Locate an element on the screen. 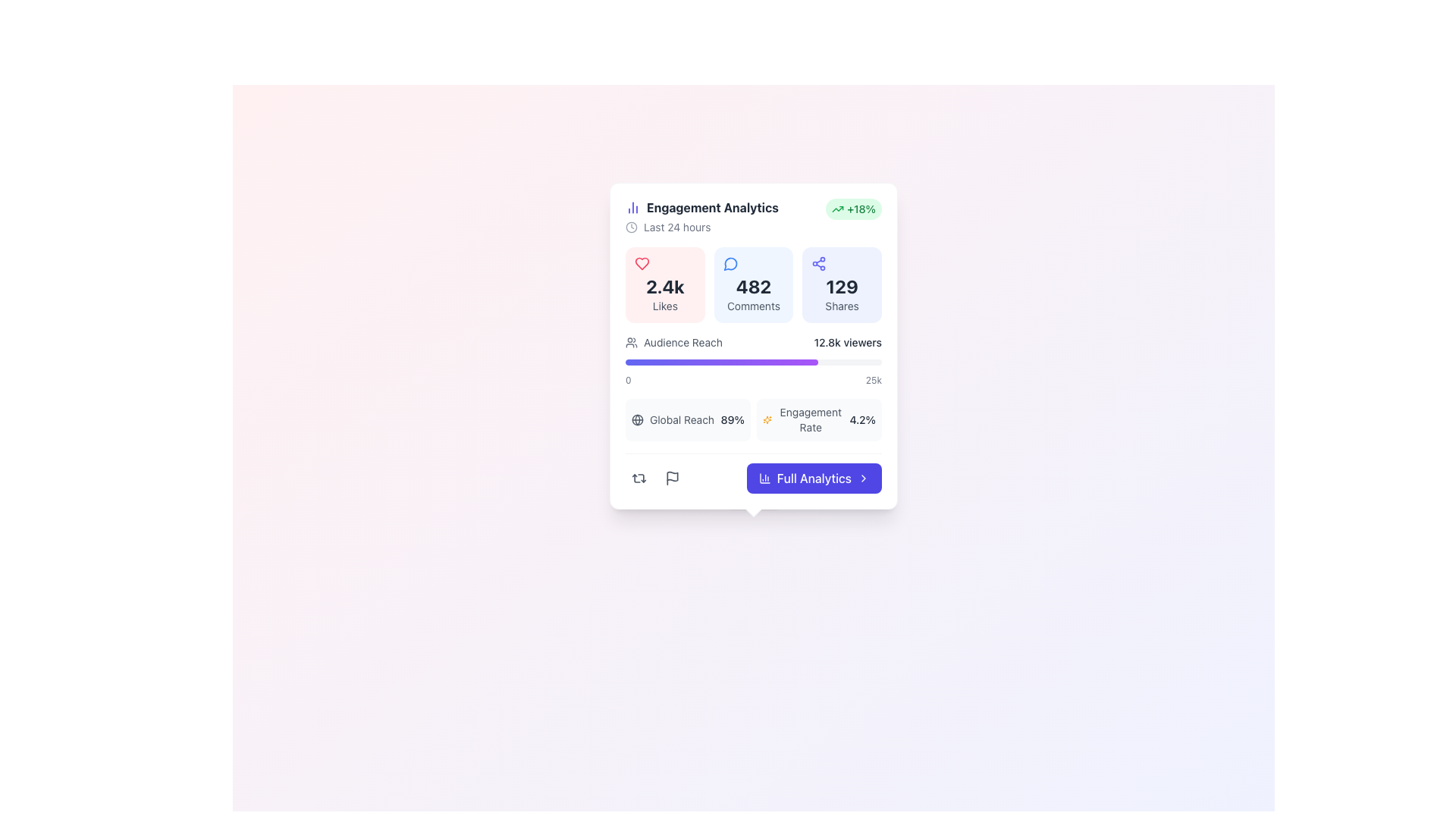  the static informational badge indicating a positive percentage change in engagement metrics, located in the top-right corner of the 'Engagement Analytics' section is located at coordinates (854, 209).